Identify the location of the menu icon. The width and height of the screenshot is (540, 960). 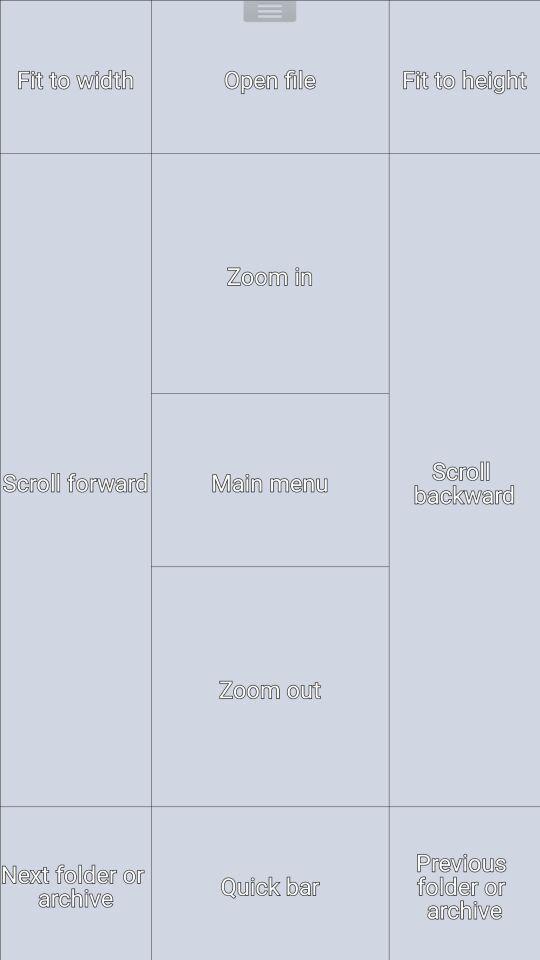
(269, 13).